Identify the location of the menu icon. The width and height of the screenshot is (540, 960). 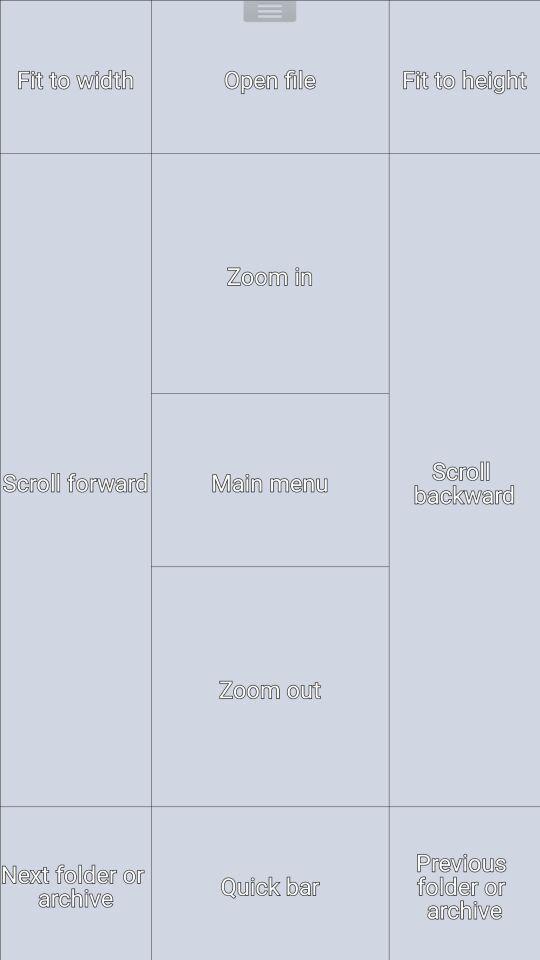
(269, 13).